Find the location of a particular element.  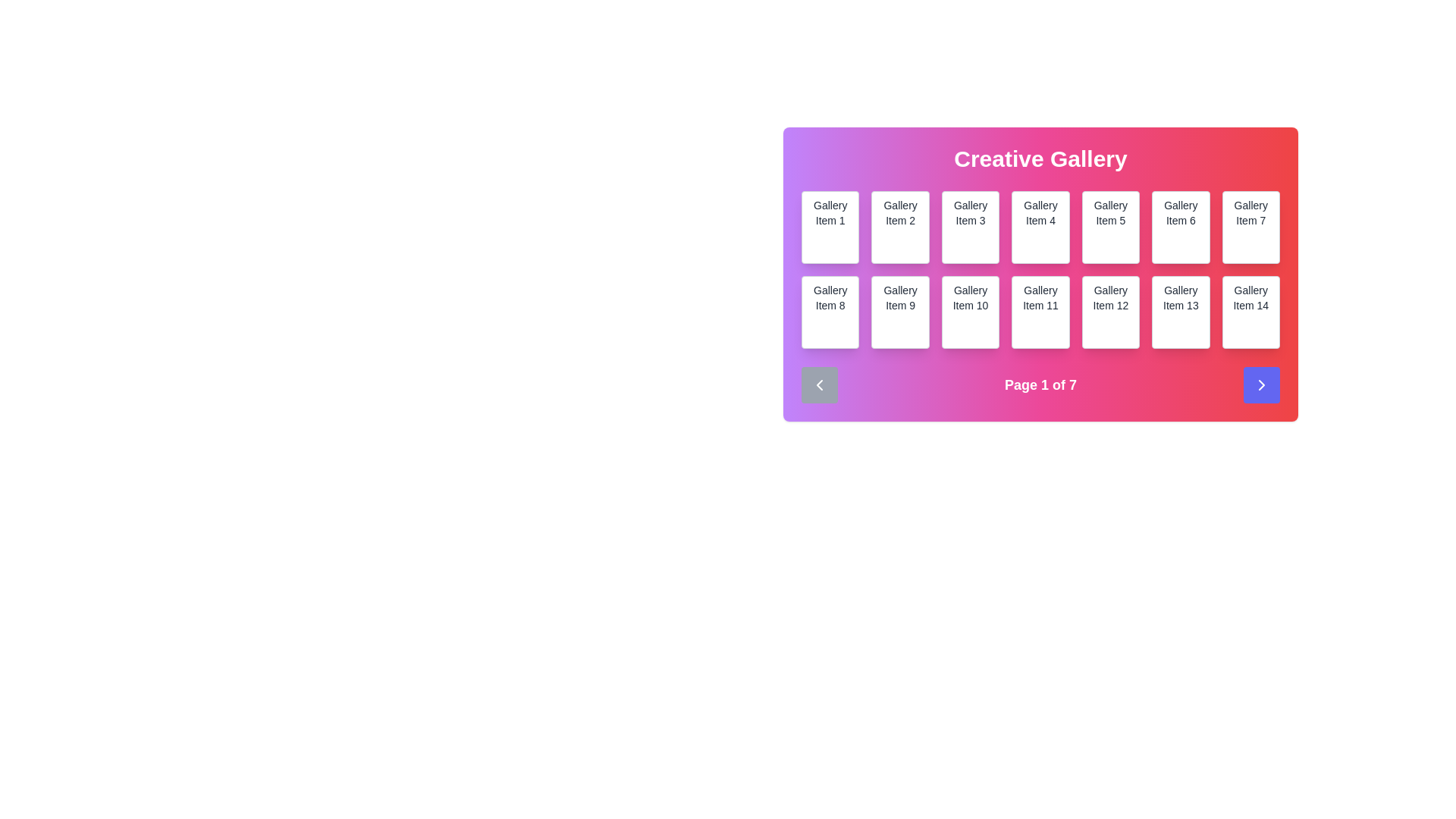

the static card element labeled 'Gallery Item 4', which has a white background, rounded corners, and is positioned in the first row, fourth column of the grid layout is located at coordinates (1040, 227).